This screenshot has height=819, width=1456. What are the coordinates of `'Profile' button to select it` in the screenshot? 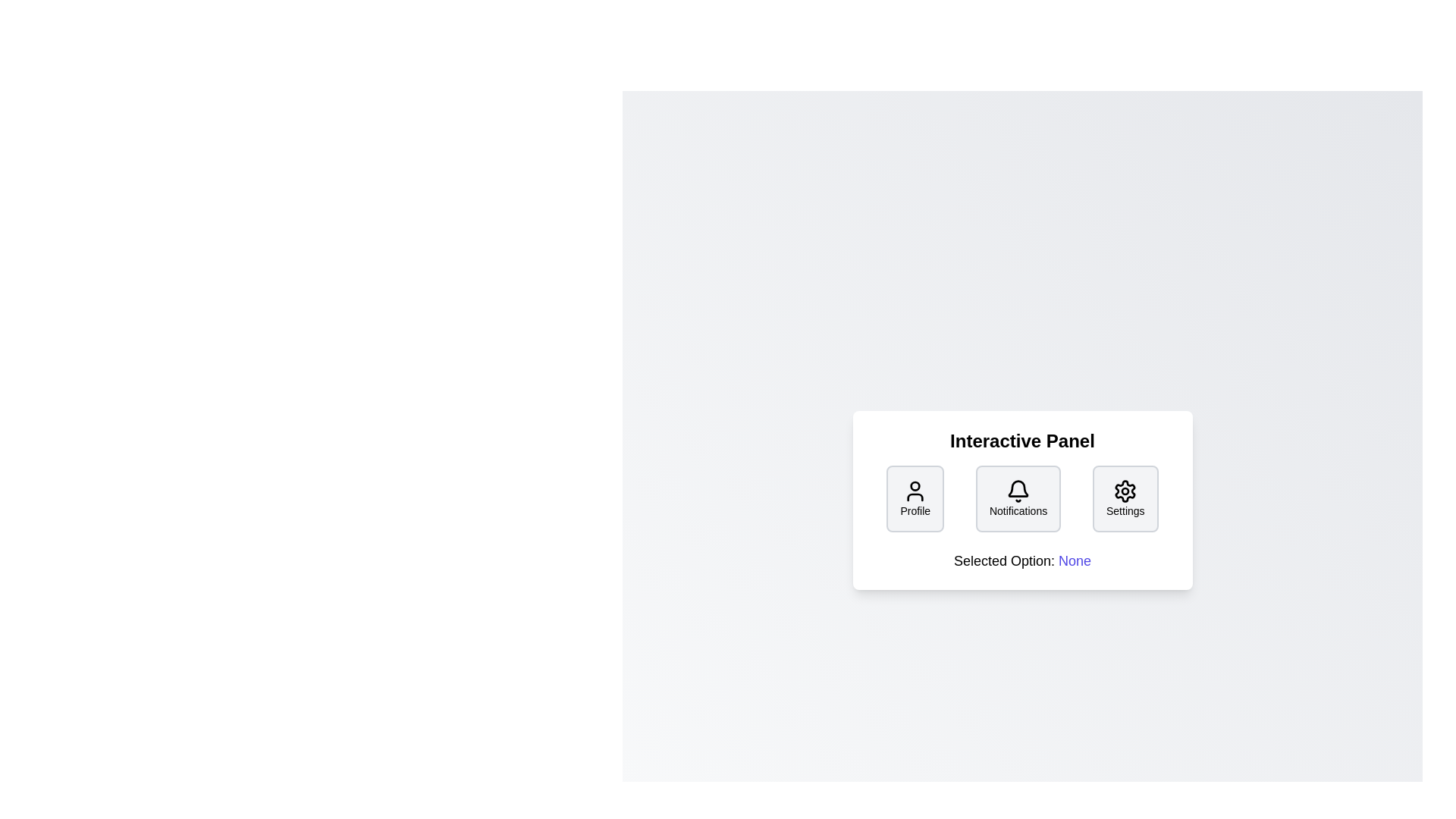 It's located at (915, 499).